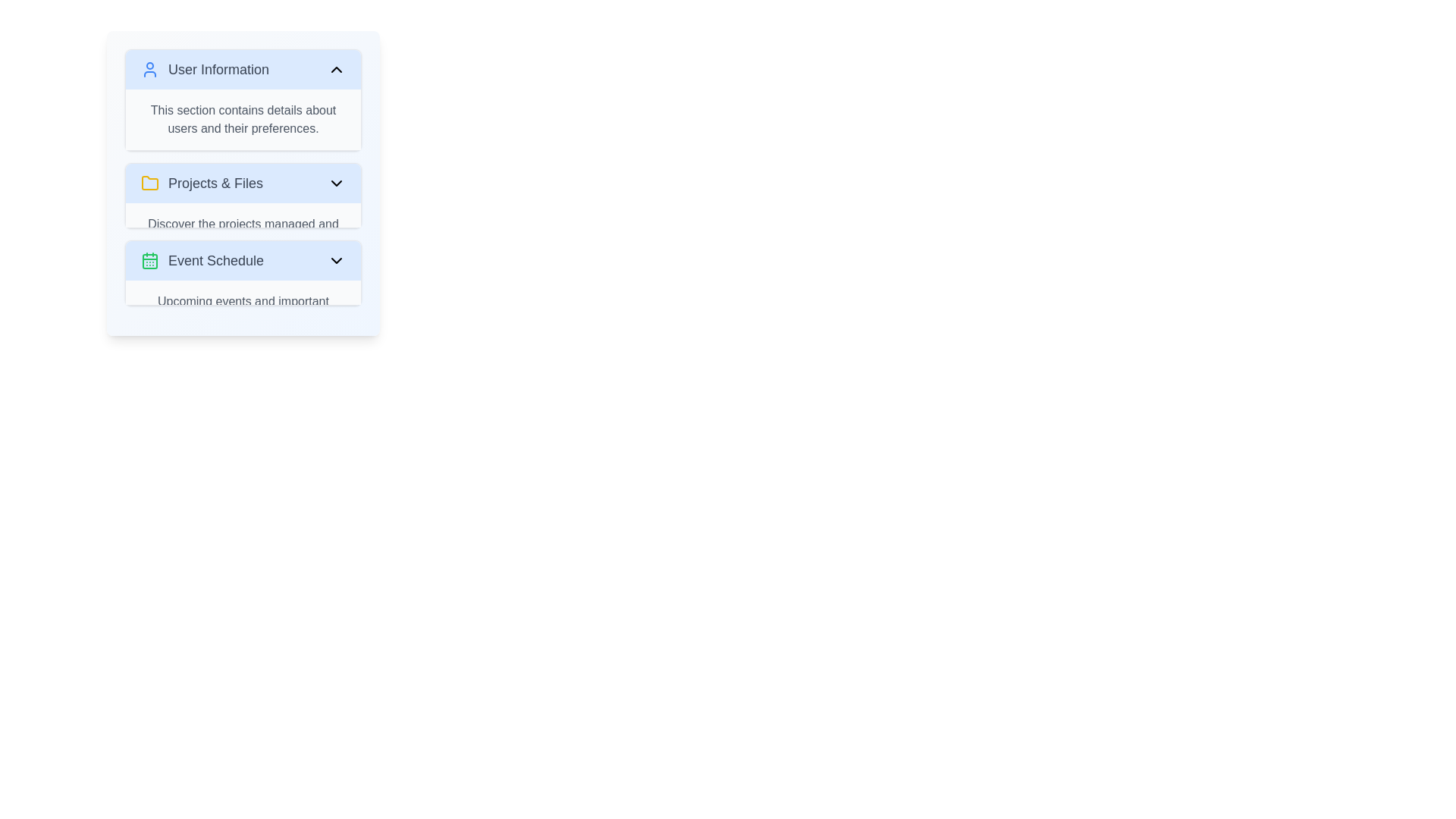  Describe the element at coordinates (243, 259) in the screenshot. I see `the 'Event Schedule' toggle button` at that location.